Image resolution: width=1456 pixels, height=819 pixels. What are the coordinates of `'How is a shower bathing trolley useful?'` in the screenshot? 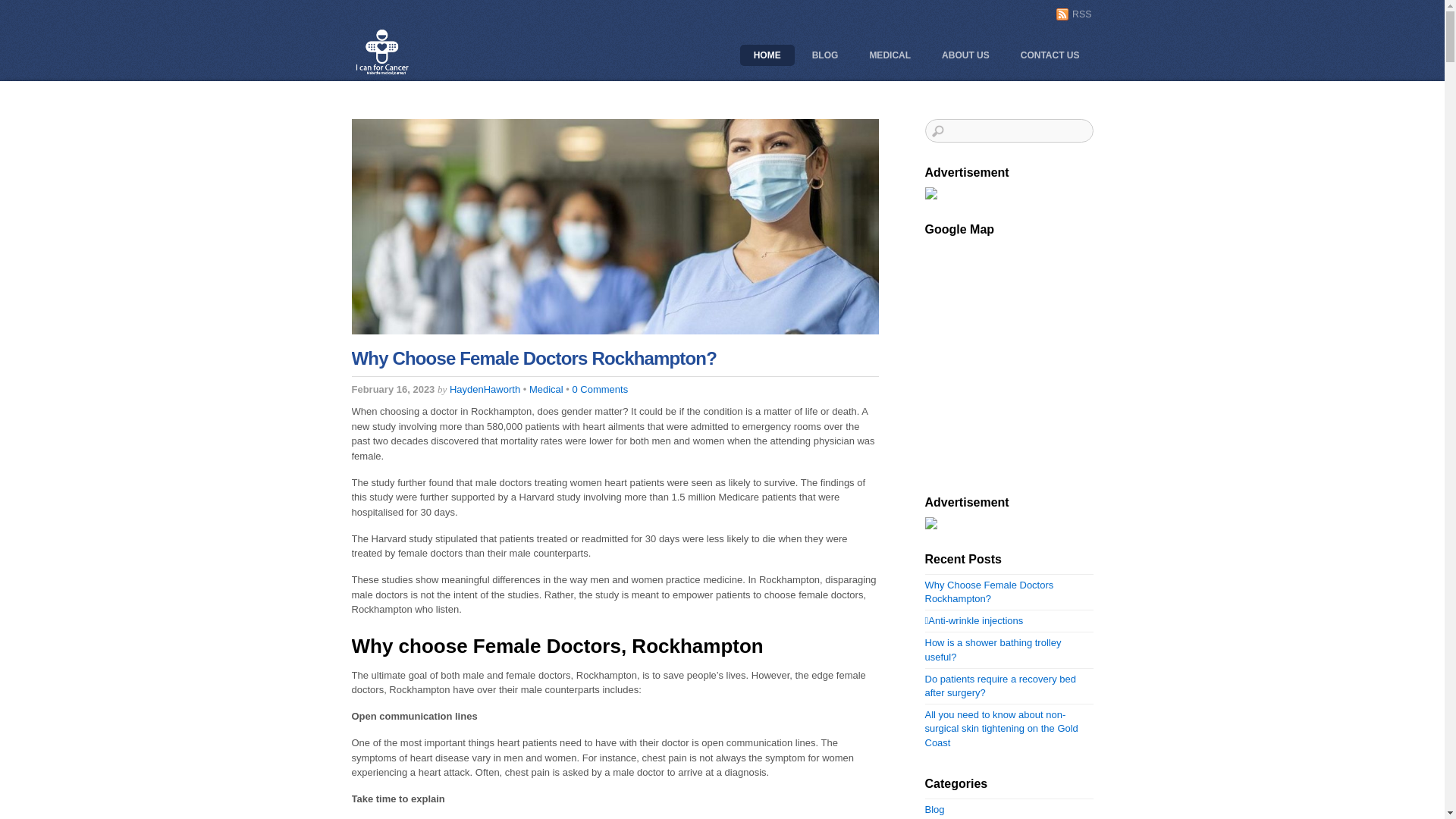 It's located at (993, 648).